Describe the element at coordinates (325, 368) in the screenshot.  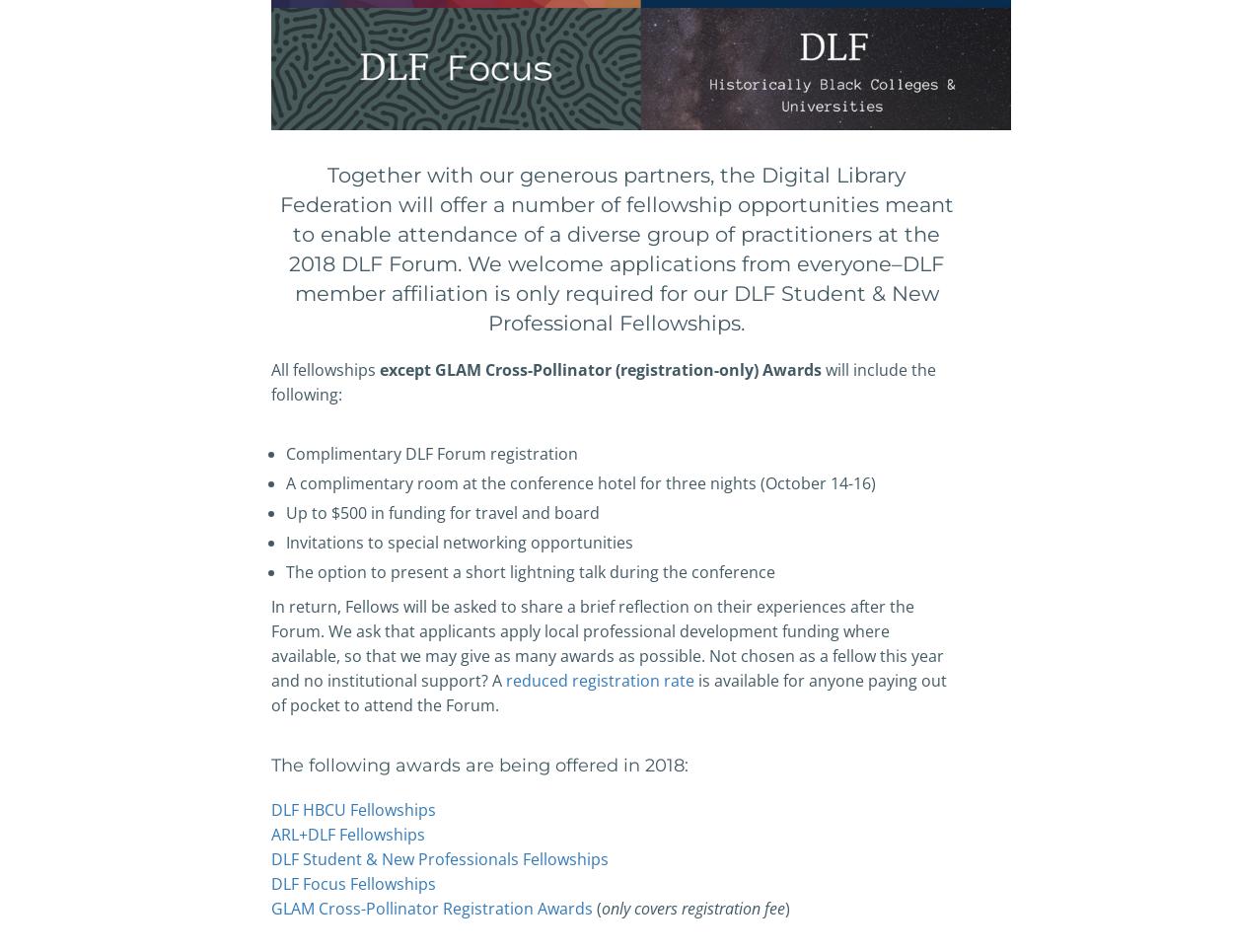
I see `'All fellowships'` at that location.